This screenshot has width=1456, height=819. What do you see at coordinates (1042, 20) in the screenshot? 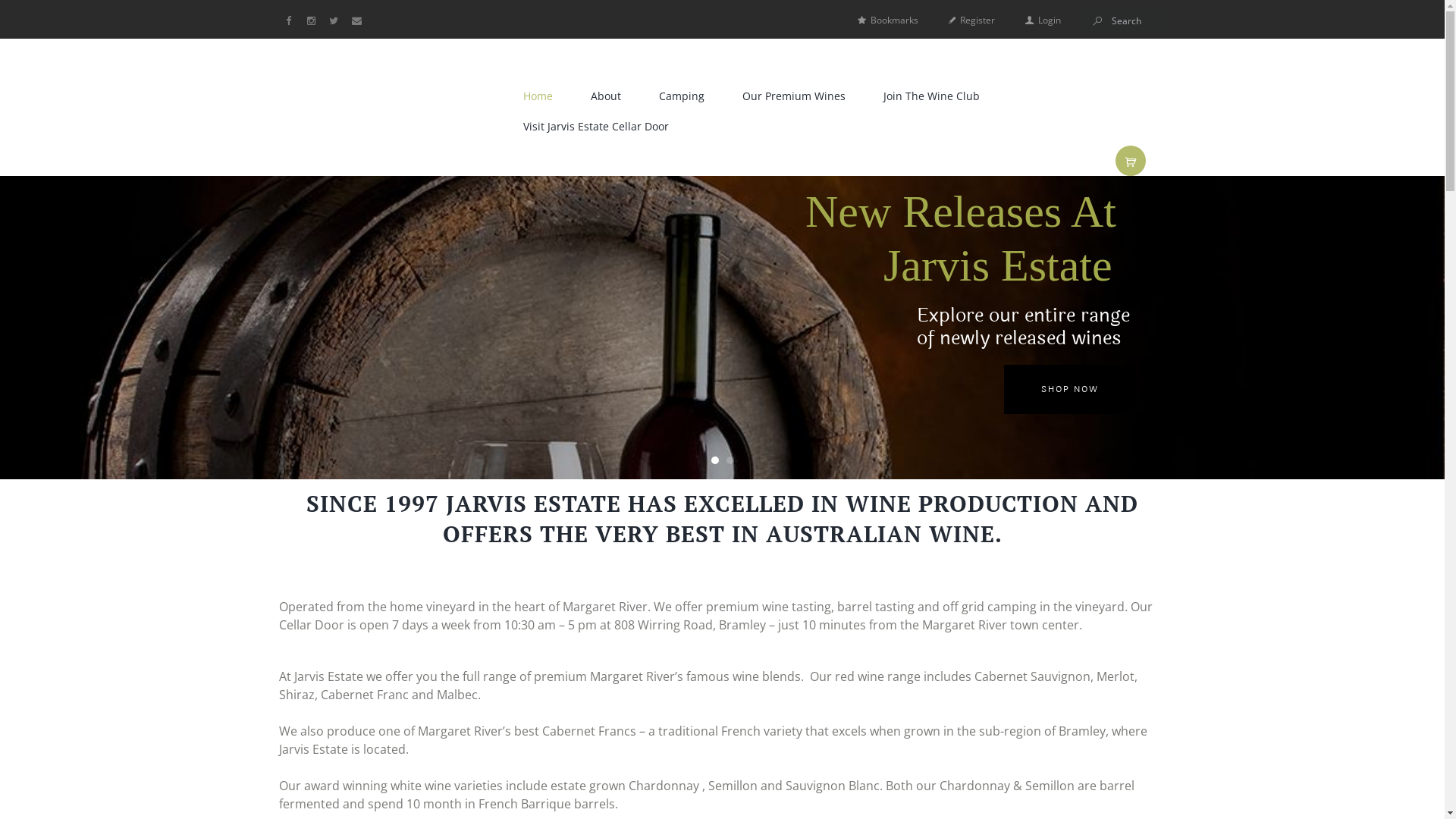
I see `'Login'` at bounding box center [1042, 20].